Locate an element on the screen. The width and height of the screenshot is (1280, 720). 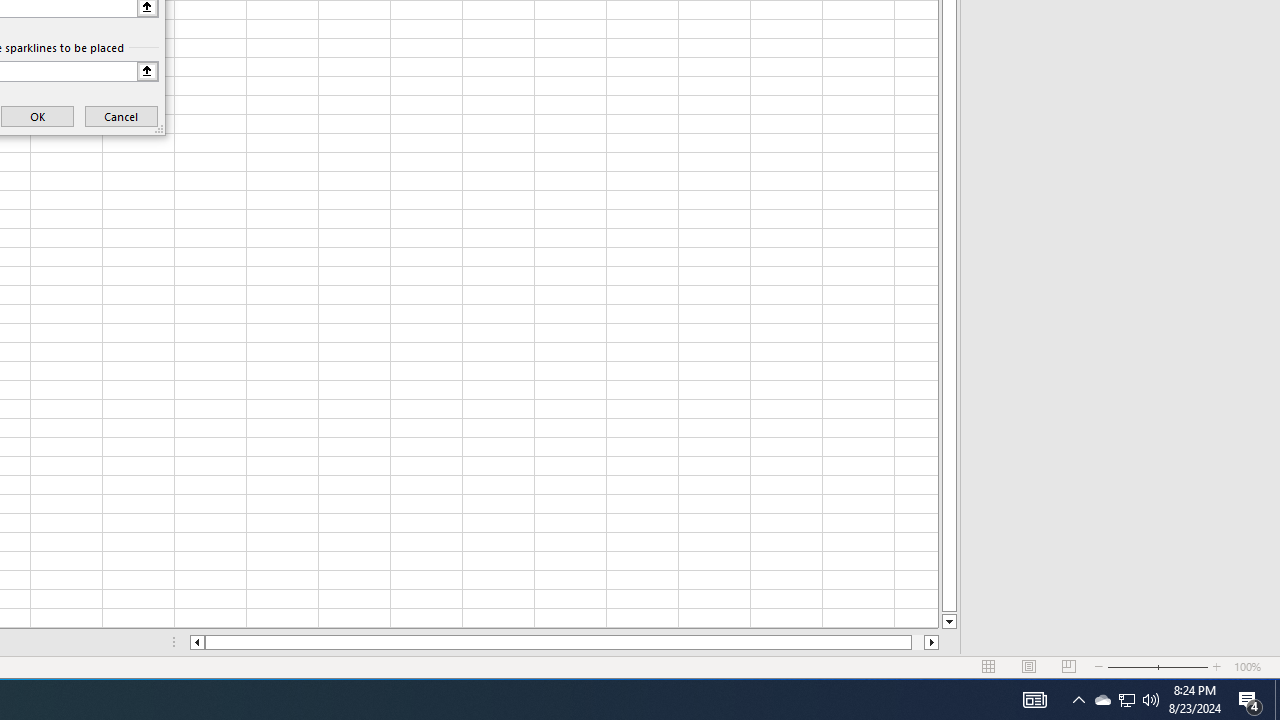
'Page right' is located at coordinates (916, 642).